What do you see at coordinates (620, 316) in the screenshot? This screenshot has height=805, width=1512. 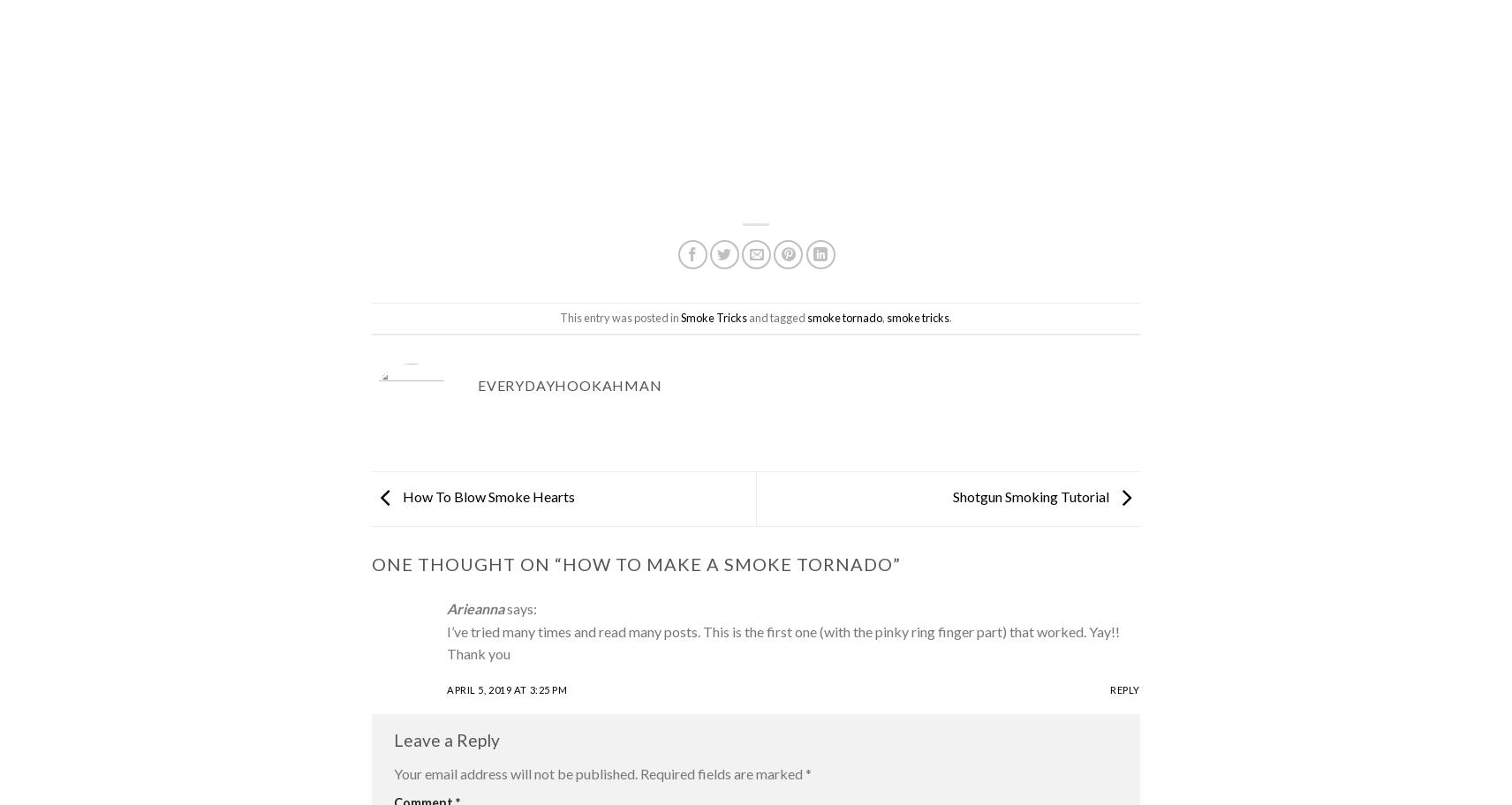 I see `'This entry was posted in'` at bounding box center [620, 316].